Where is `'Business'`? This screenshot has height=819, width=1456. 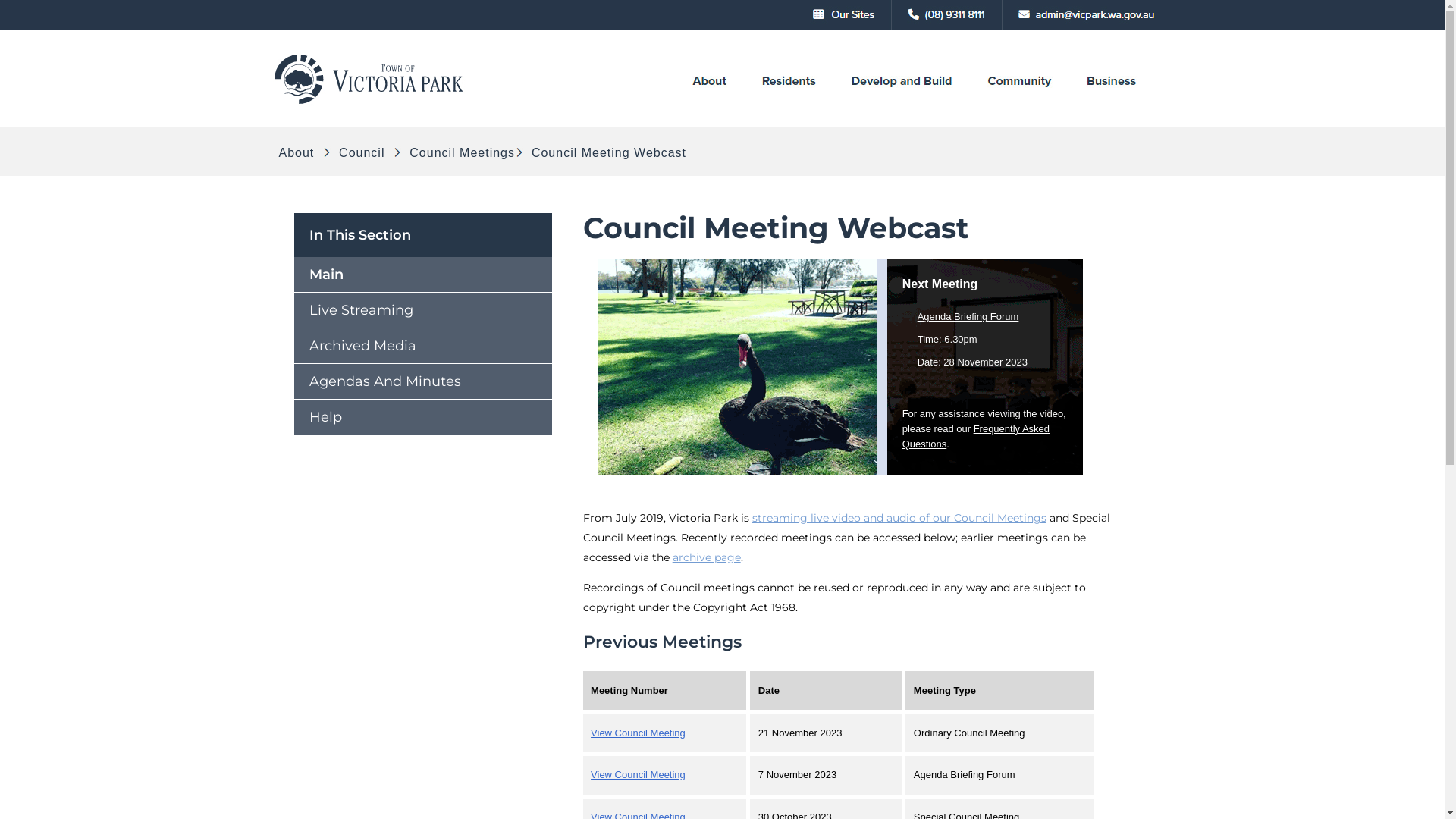
'Business' is located at coordinates (1111, 102).